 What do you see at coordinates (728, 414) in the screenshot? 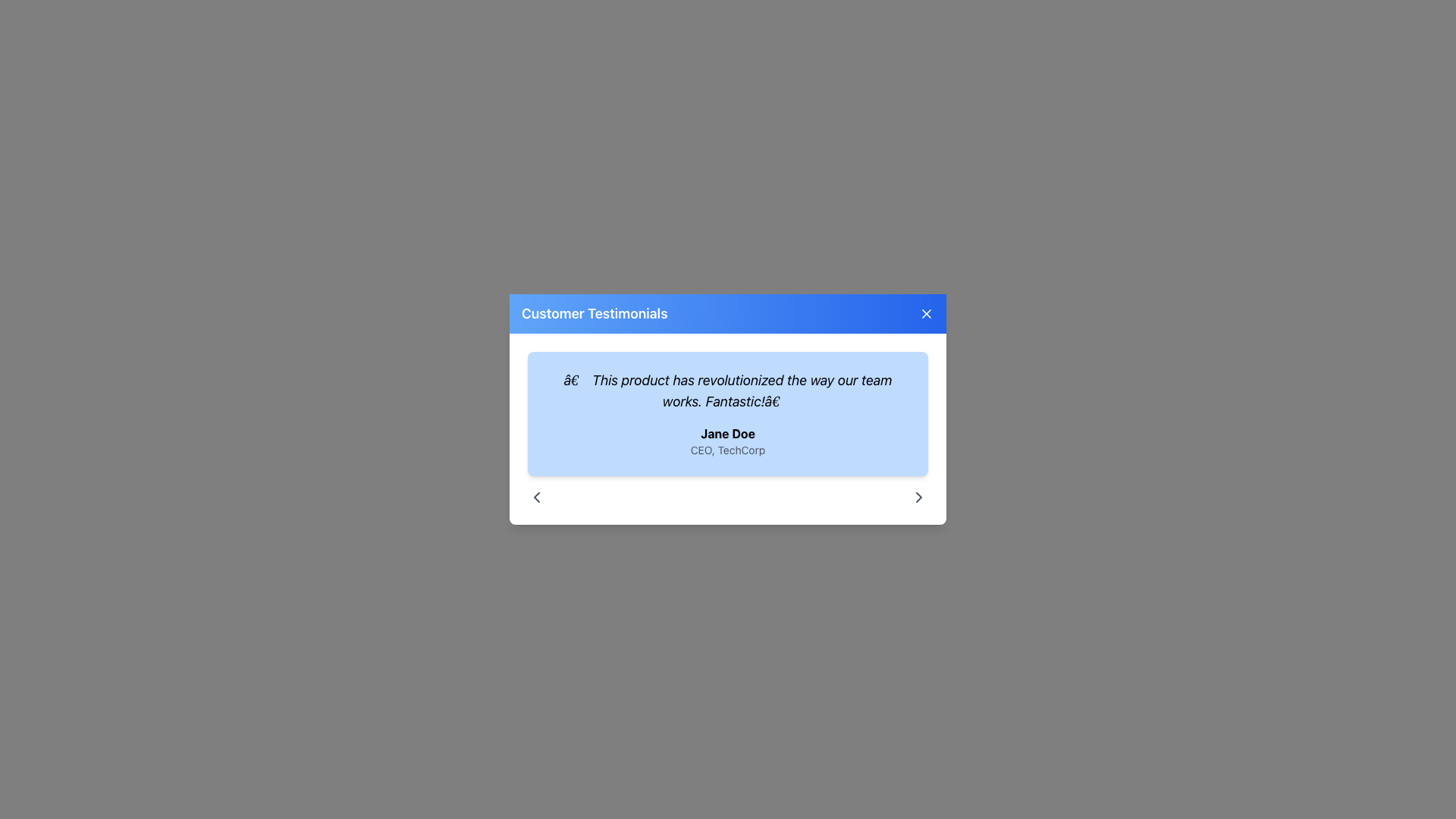
I see `the customer testimonial informational card displayed in the 'Customer Testimonials' modal window` at bounding box center [728, 414].